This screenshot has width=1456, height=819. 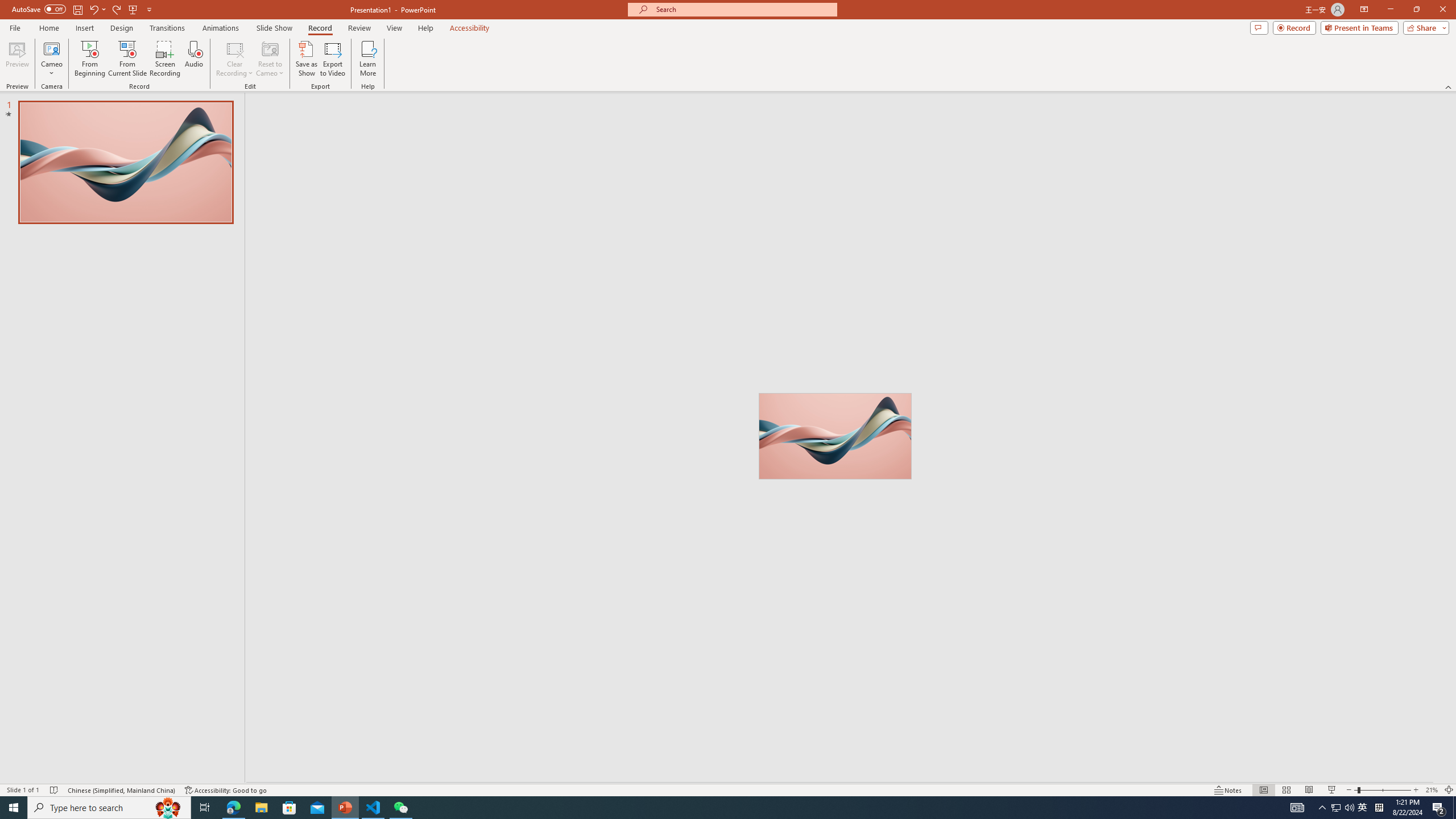 What do you see at coordinates (89, 59) in the screenshot?
I see `'From Beginning...'` at bounding box center [89, 59].